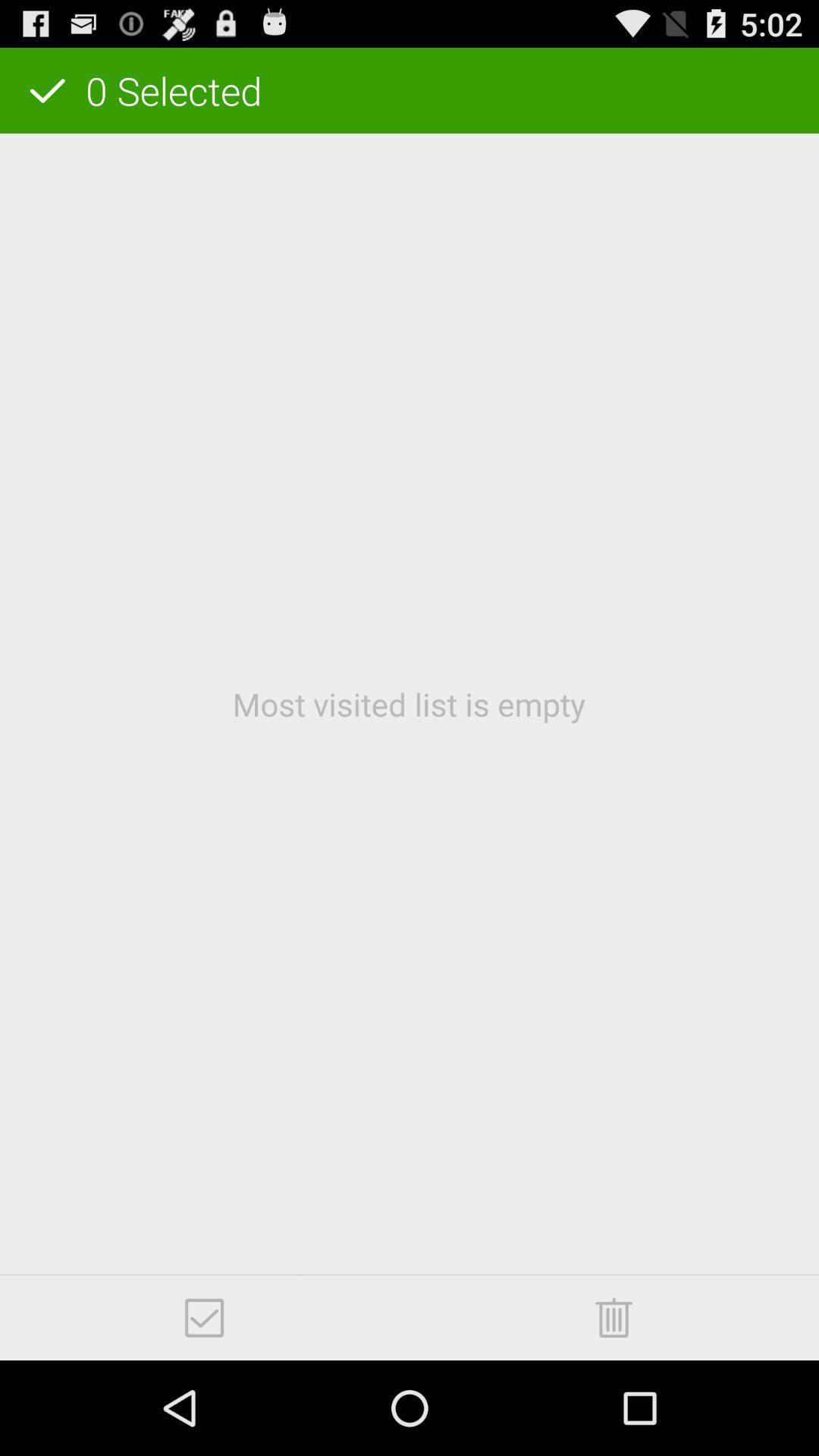  Describe the element at coordinates (613, 1409) in the screenshot. I see `the delete icon` at that location.